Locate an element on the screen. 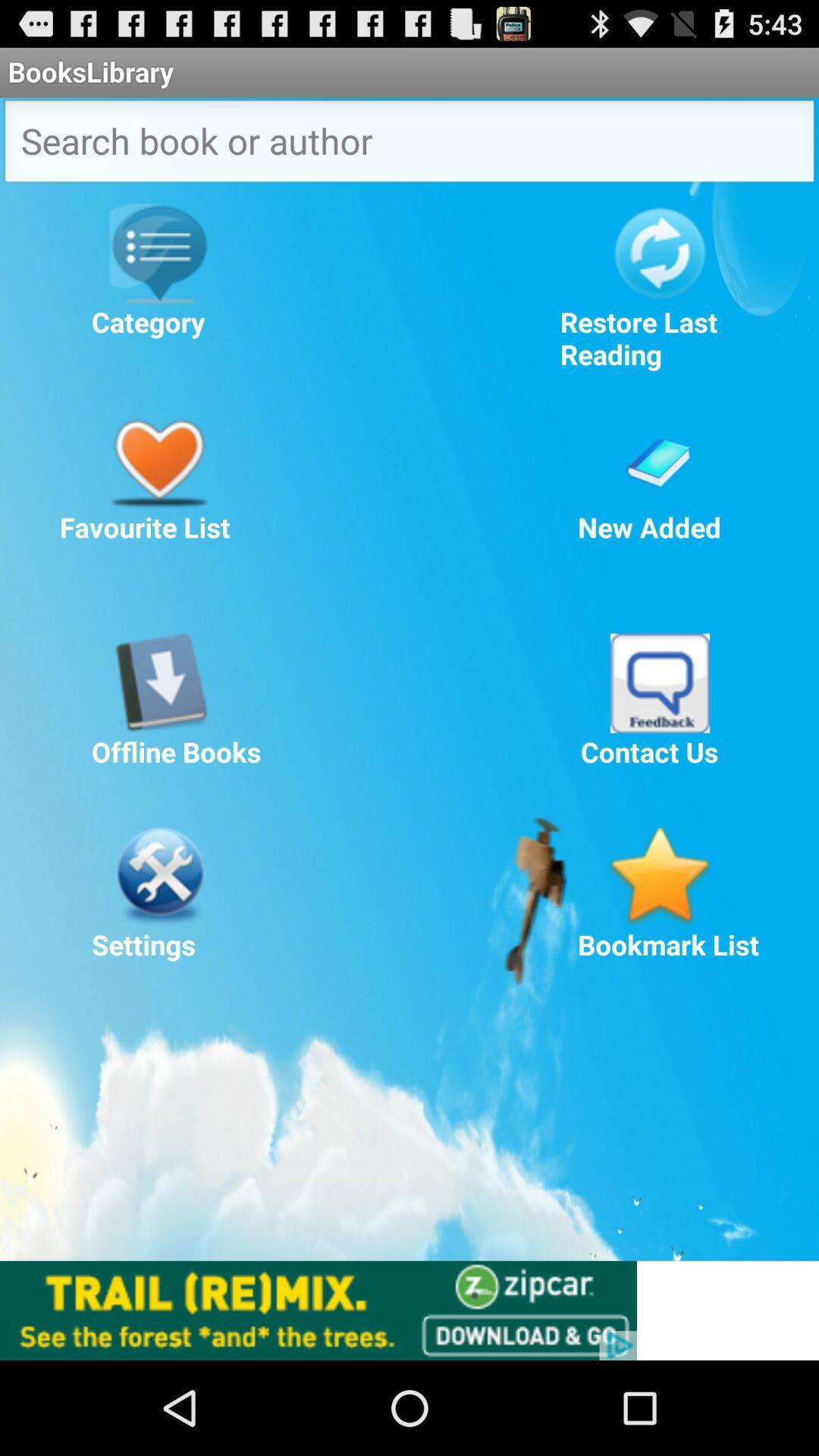 The image size is (819, 1456). settings is located at coordinates (158, 876).